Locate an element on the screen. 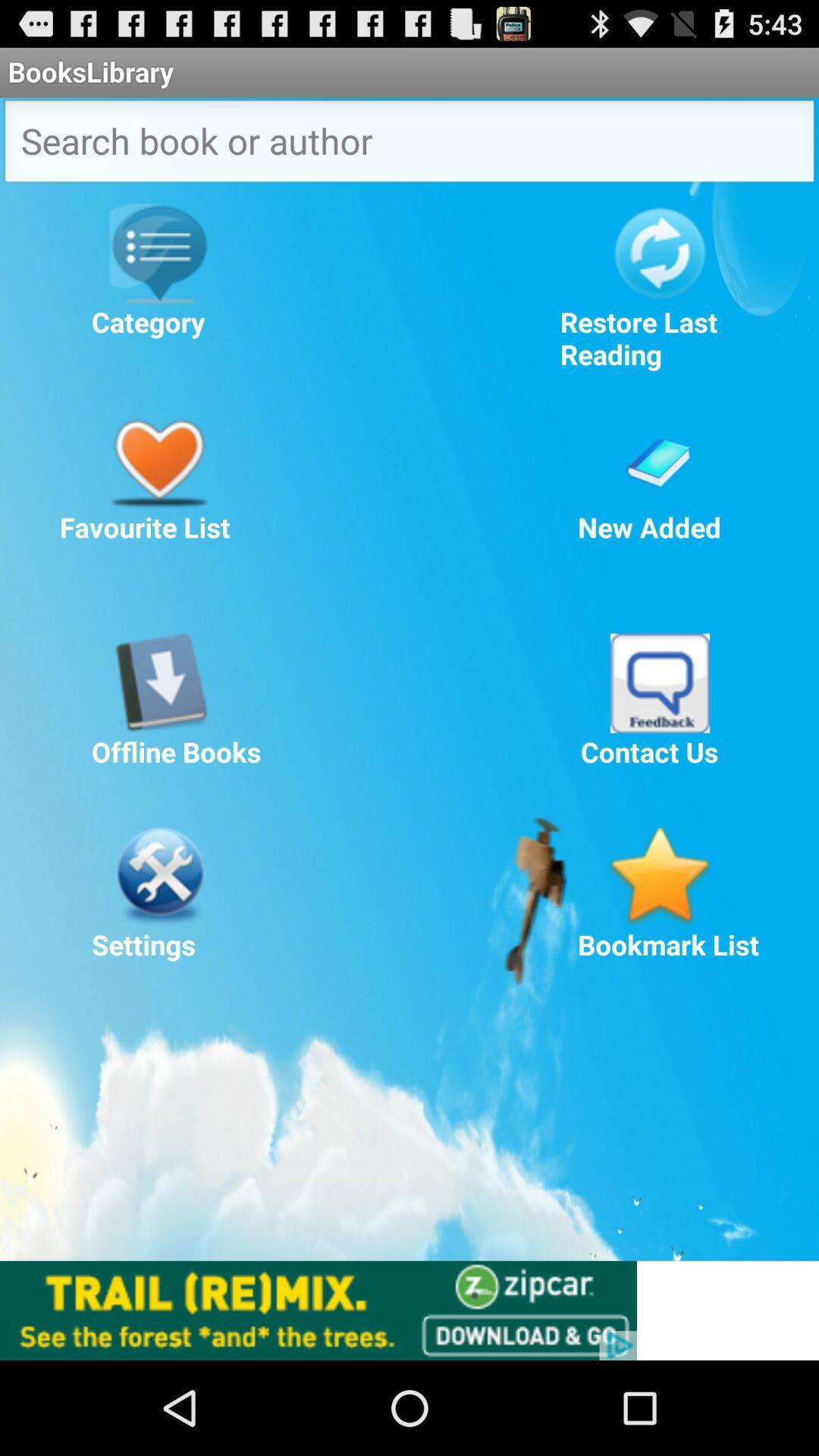 The image size is (819, 1456). settings is located at coordinates (158, 876).